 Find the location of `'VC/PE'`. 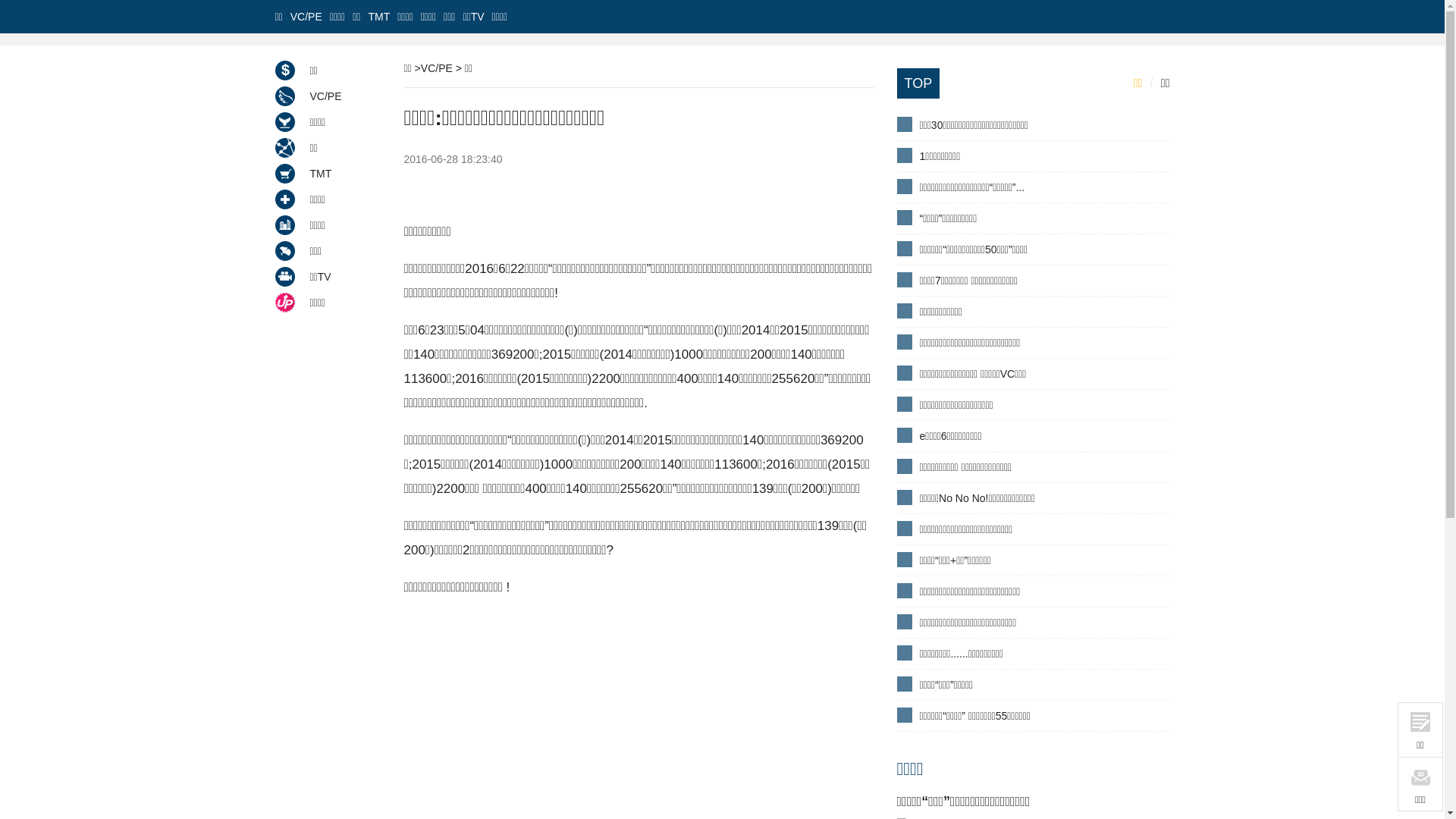

'VC/PE' is located at coordinates (305, 17).